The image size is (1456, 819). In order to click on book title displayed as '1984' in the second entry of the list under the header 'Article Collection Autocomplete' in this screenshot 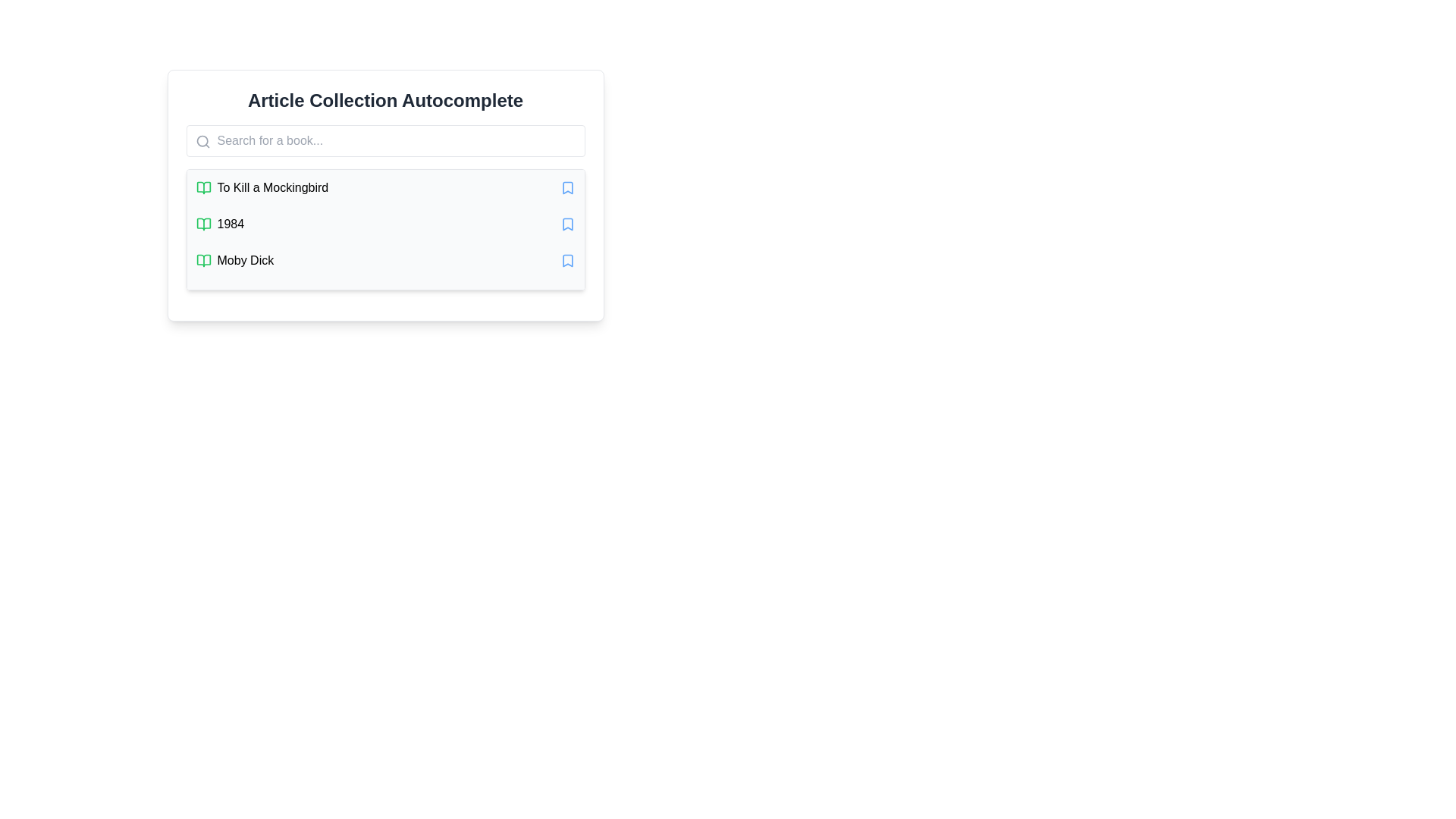, I will do `click(230, 224)`.